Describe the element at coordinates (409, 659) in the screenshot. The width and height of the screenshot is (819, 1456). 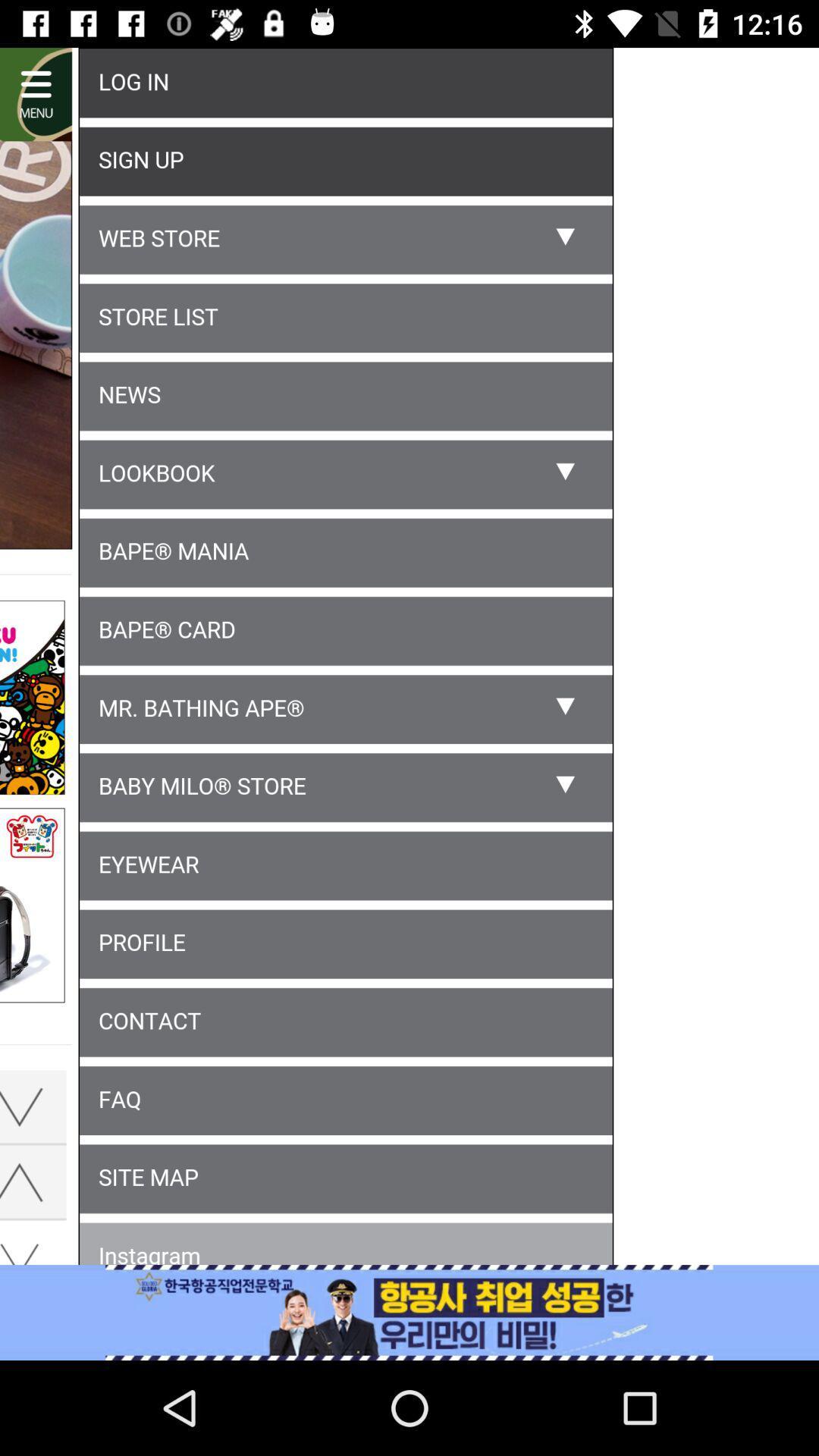
I see `menu` at that location.